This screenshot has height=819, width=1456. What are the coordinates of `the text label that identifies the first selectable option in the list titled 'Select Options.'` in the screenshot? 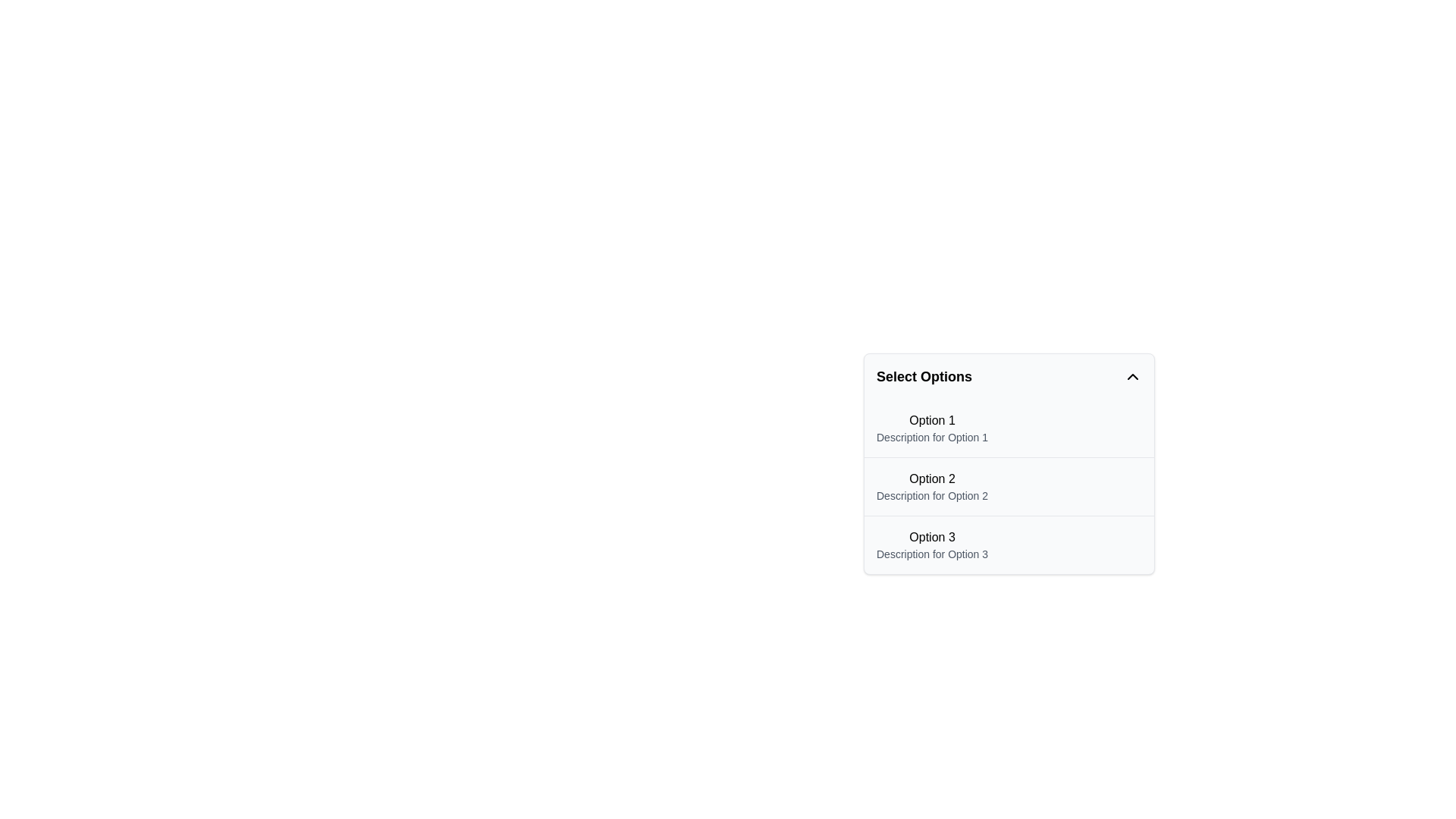 It's located at (931, 421).